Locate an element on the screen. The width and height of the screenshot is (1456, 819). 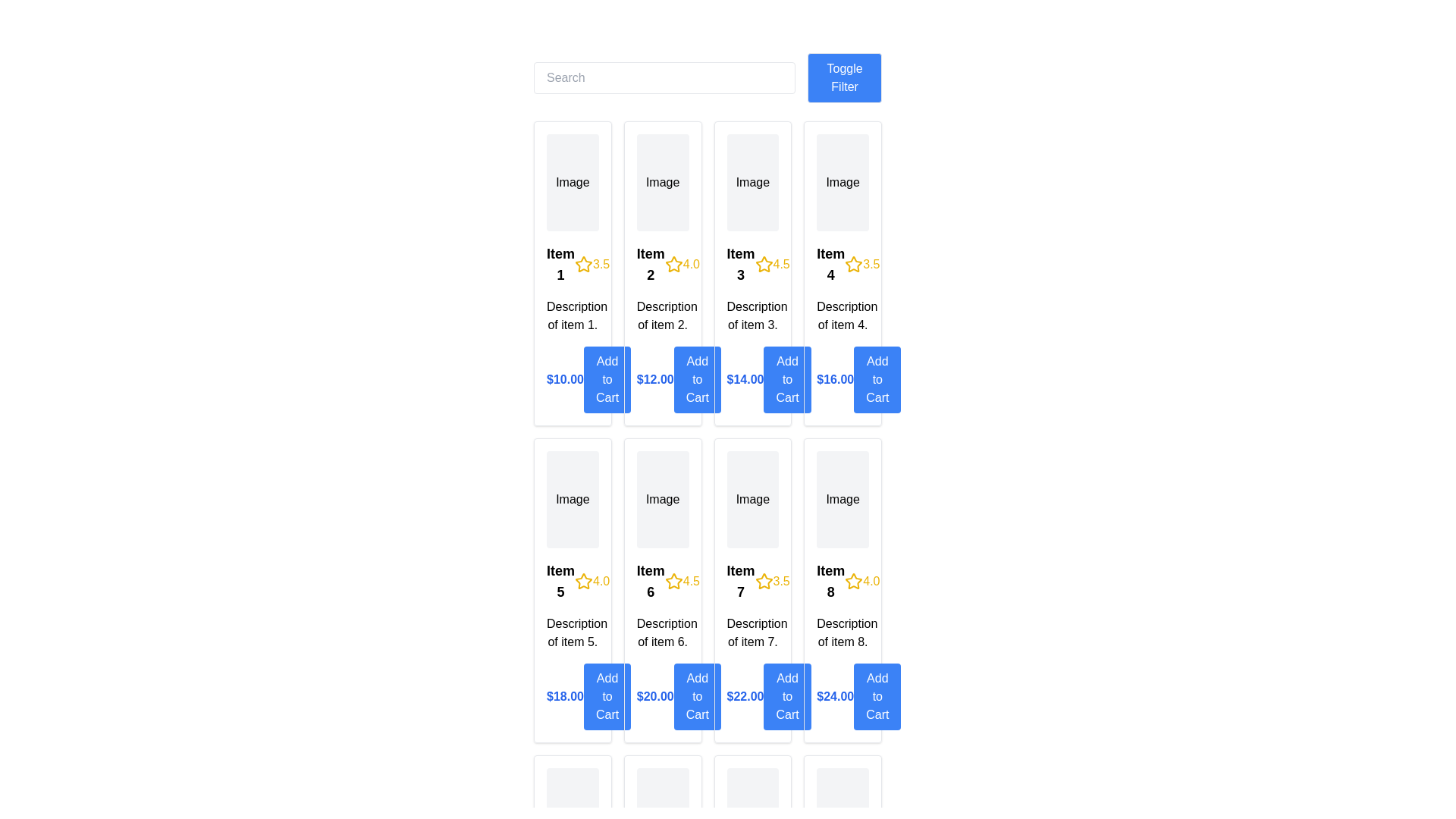
price displayed in the text label located in the second column of the grid layout, directly below the item description and above the 'Add to Cart' button is located at coordinates (655, 379).